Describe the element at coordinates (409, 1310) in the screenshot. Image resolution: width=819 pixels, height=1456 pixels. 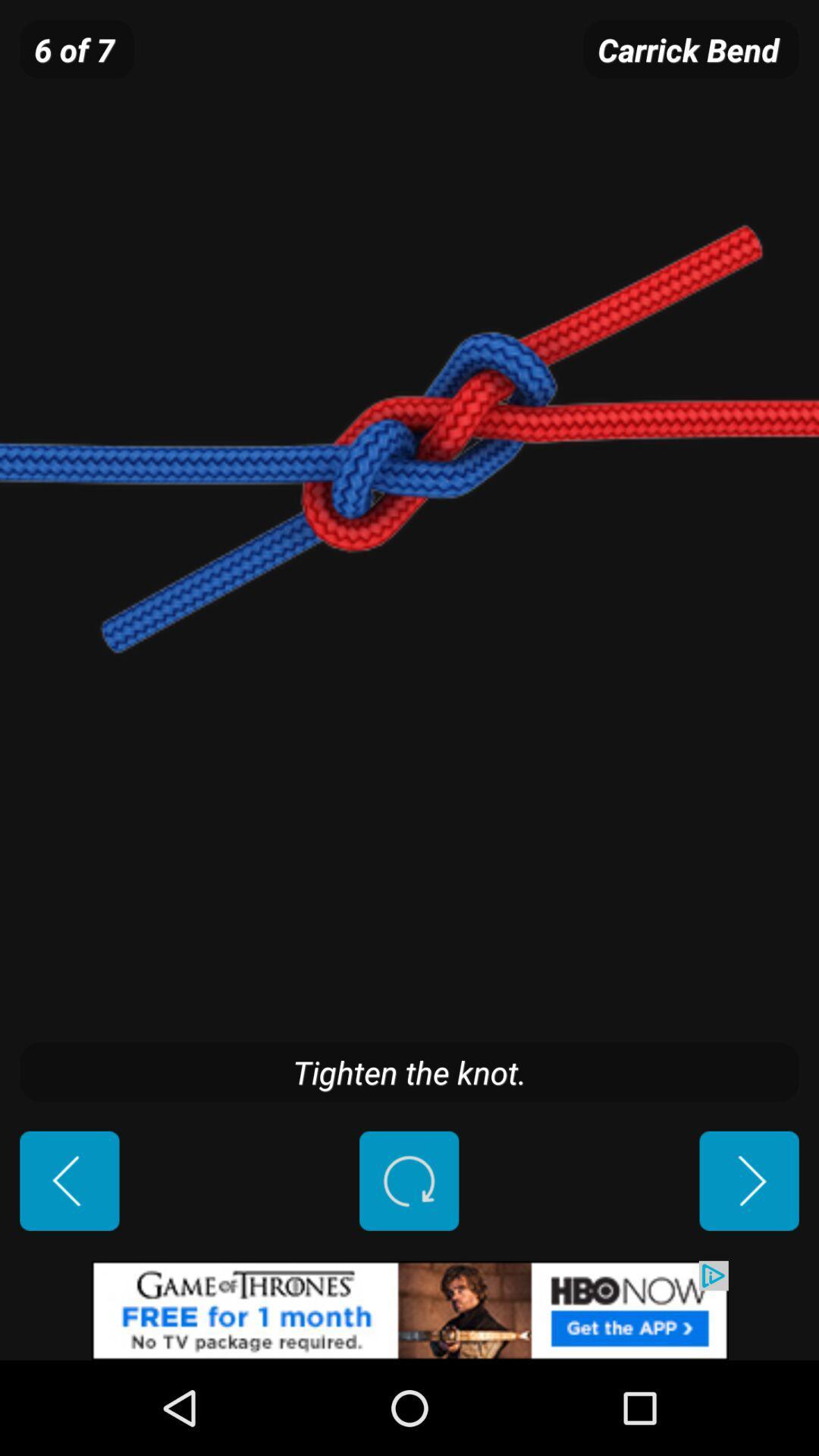
I see `hbo now add` at that location.